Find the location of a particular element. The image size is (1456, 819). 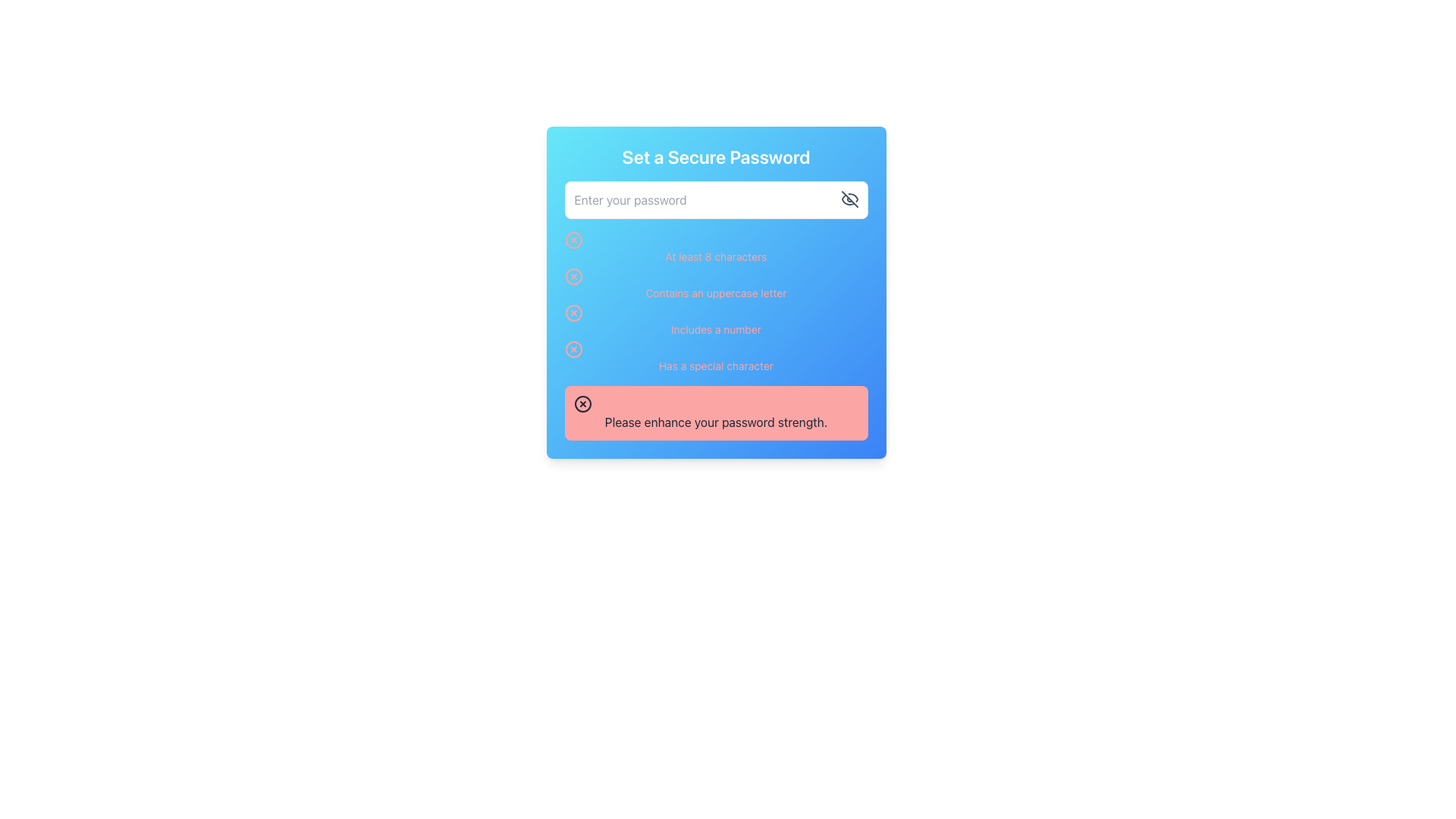

message in the Alert or Notification Box that says 'Please enhance your password strength.' is located at coordinates (715, 413).